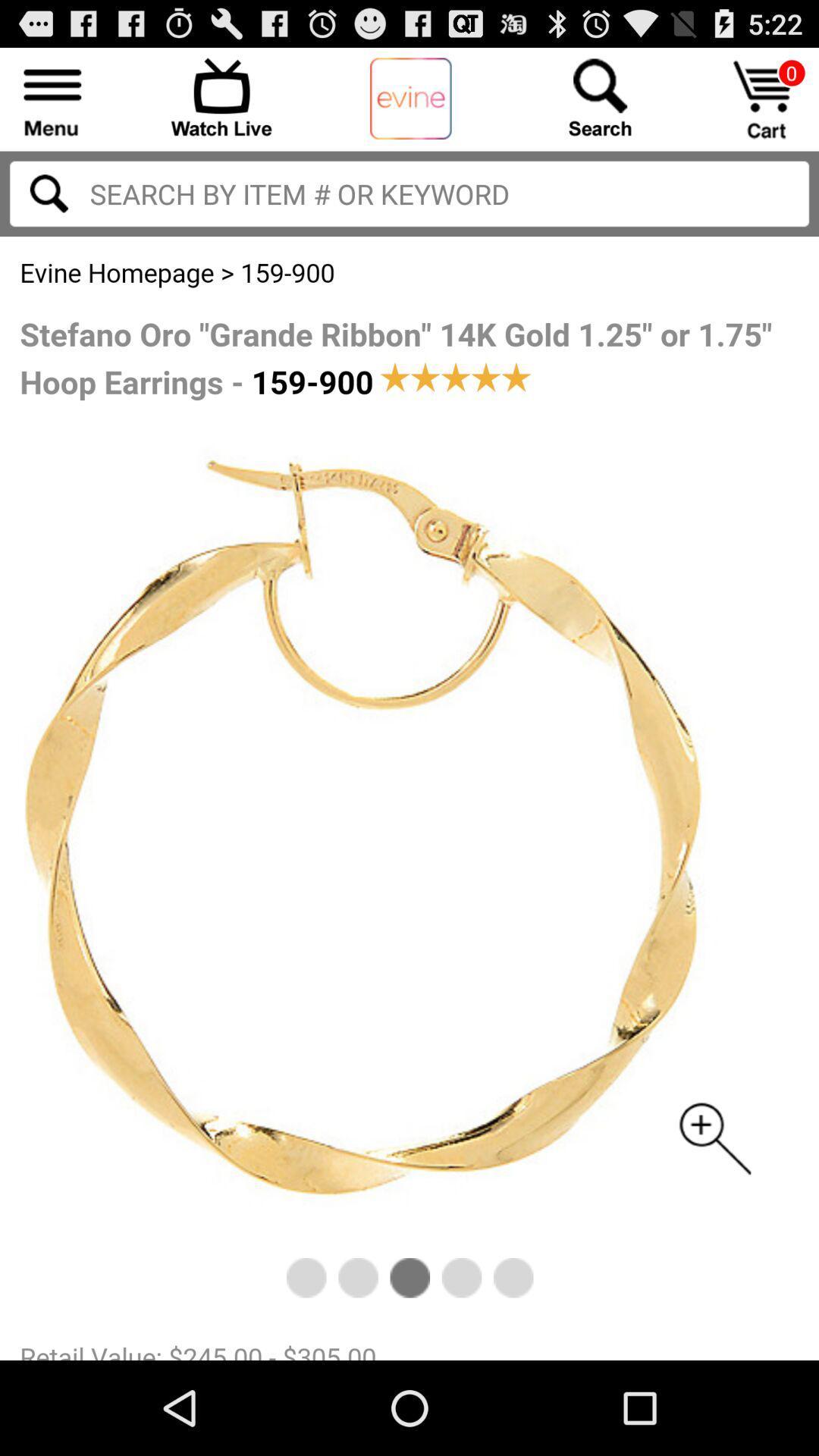 The height and width of the screenshot is (1456, 819). Describe the element at coordinates (409, 797) in the screenshot. I see `click full image` at that location.